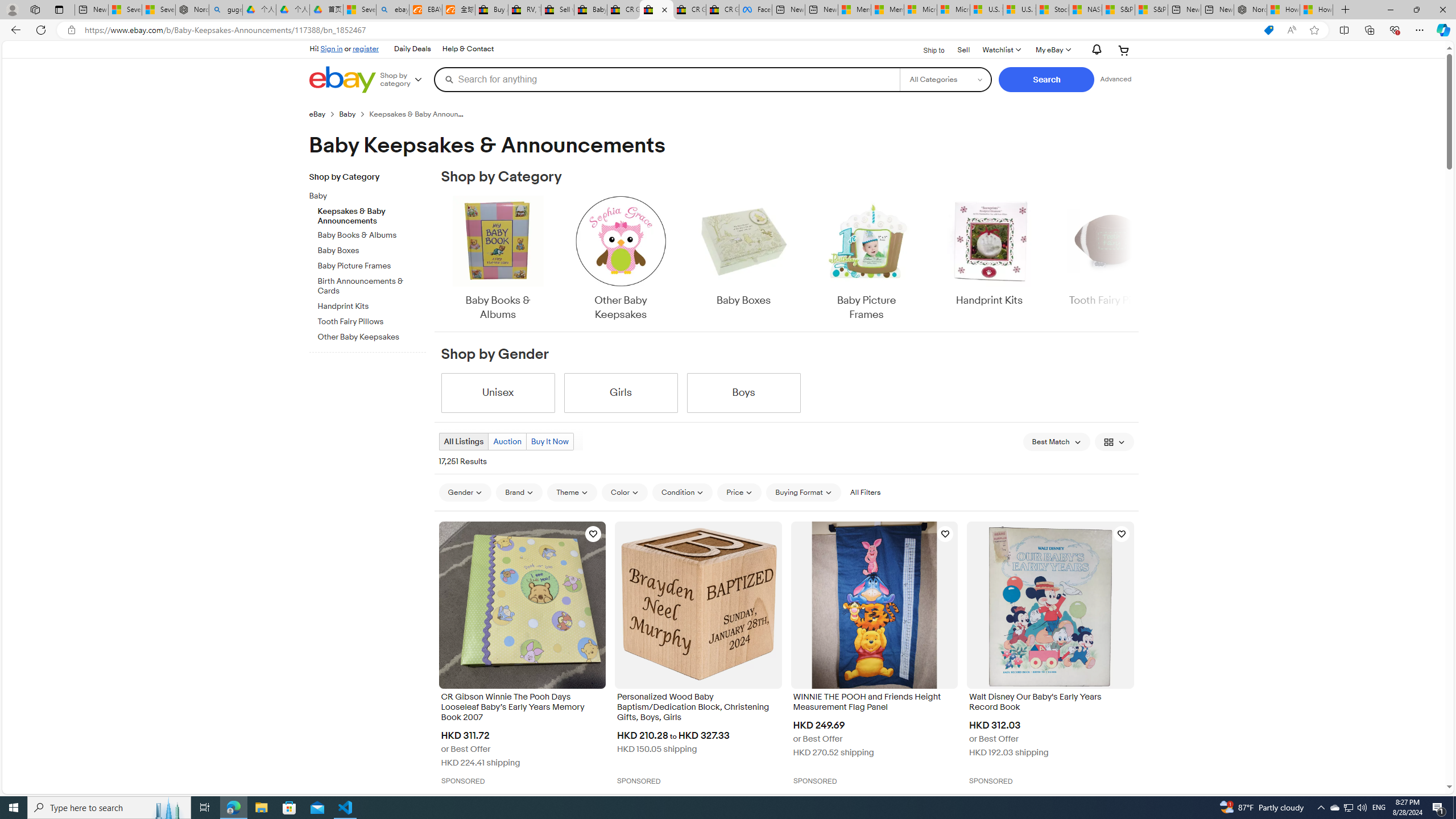  What do you see at coordinates (498, 259) in the screenshot?
I see `'Baby Books & Albums'` at bounding box center [498, 259].